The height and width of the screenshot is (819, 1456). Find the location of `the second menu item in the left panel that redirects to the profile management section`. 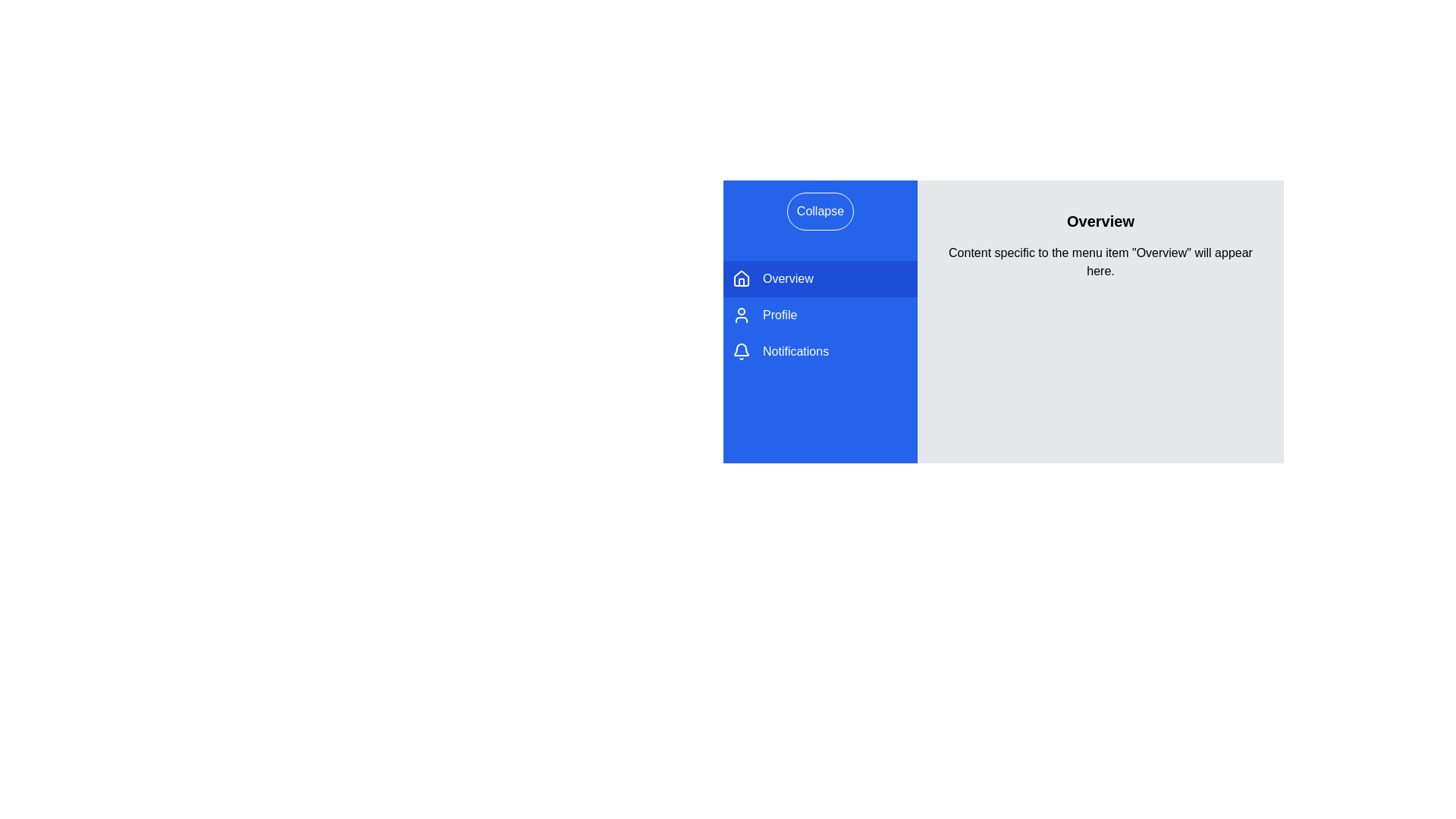

the second menu item in the left panel that redirects to the profile management section is located at coordinates (819, 315).